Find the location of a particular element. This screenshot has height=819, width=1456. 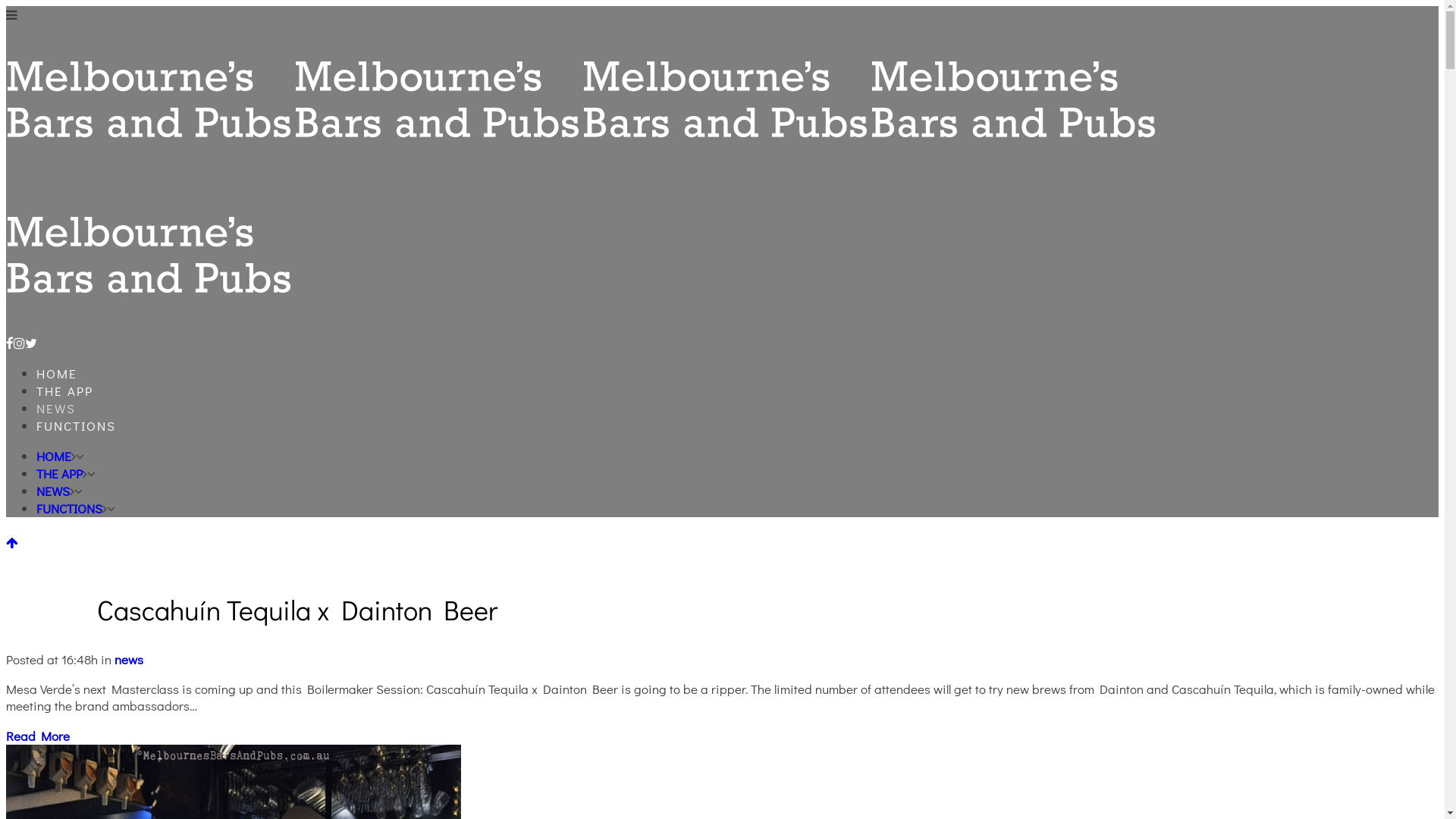

'NEWS' is located at coordinates (55, 407).